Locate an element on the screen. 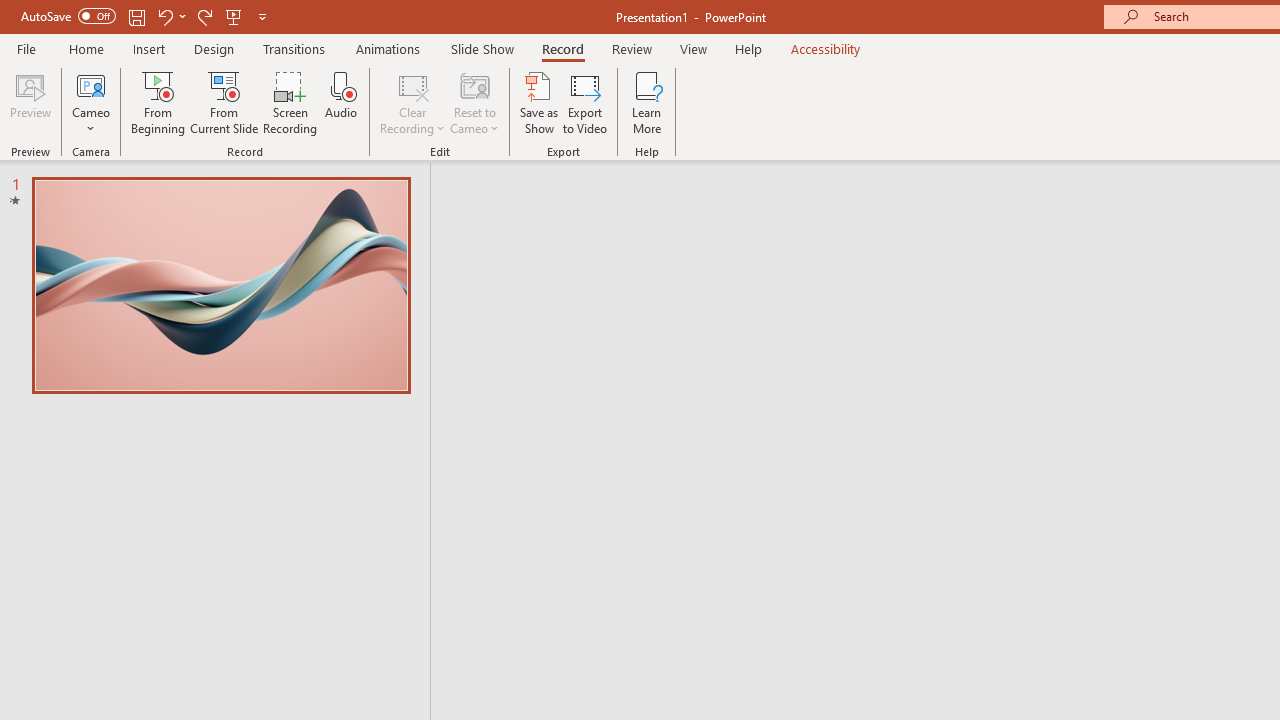 This screenshot has height=720, width=1280. 'From Beginning...' is located at coordinates (157, 103).